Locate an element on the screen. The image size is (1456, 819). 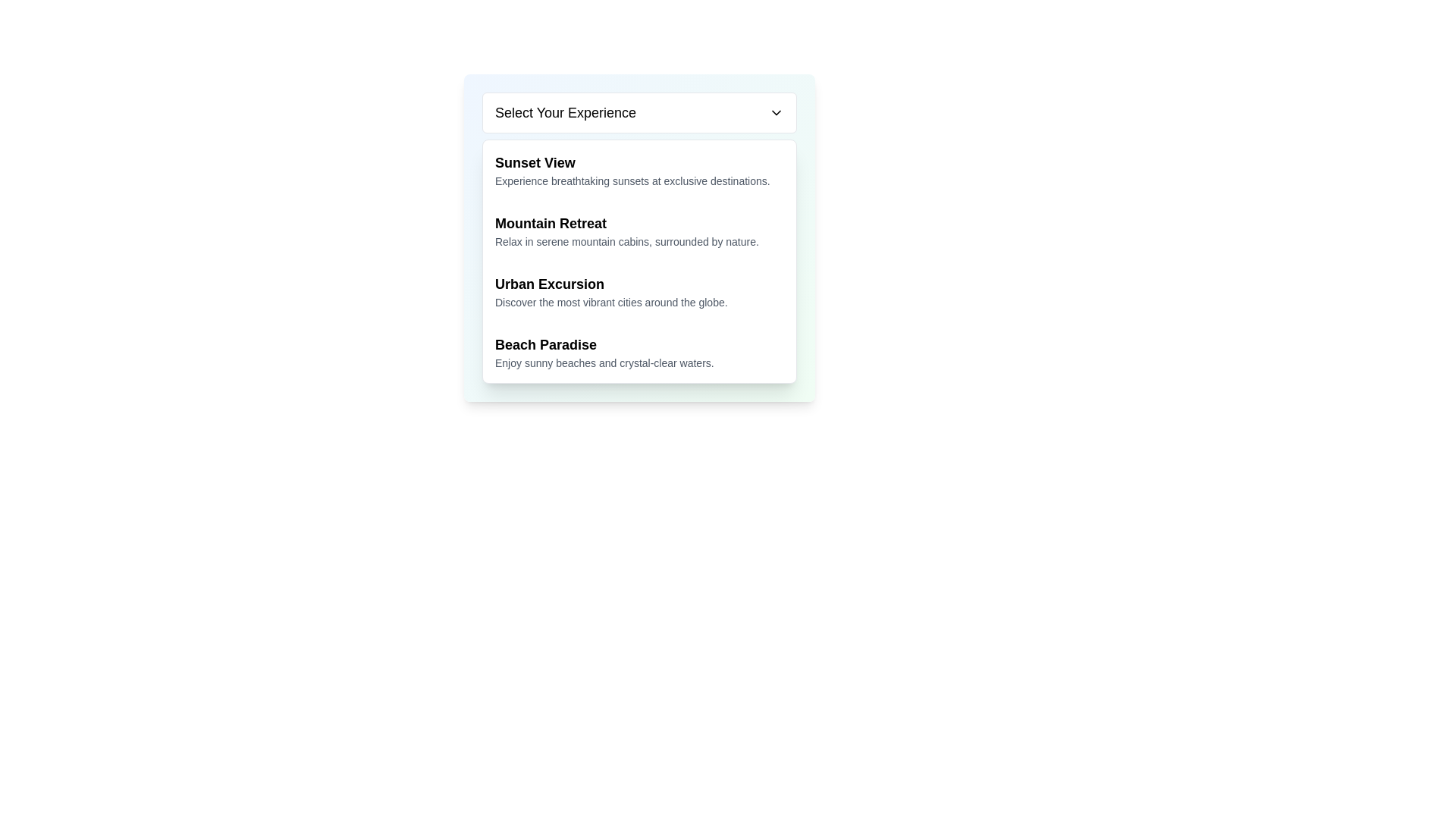
the vertically-oriented list of selectable options styled with a gradient background is located at coordinates (639, 237).